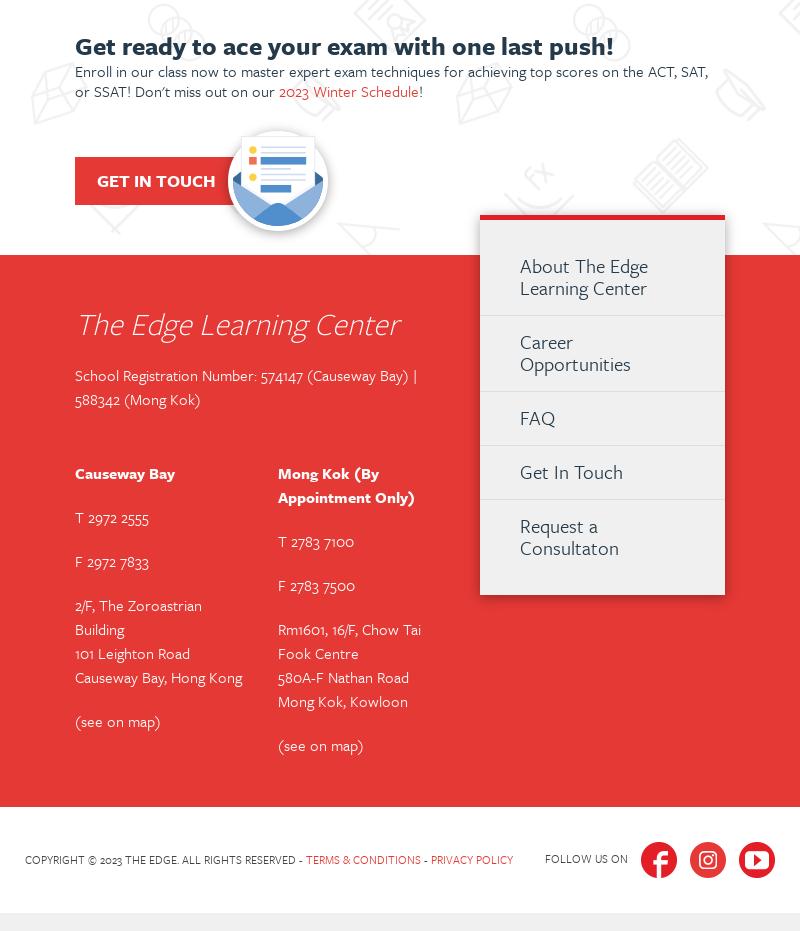  What do you see at coordinates (279, 90) in the screenshot?
I see `'2023 Winter Schedule'` at bounding box center [279, 90].